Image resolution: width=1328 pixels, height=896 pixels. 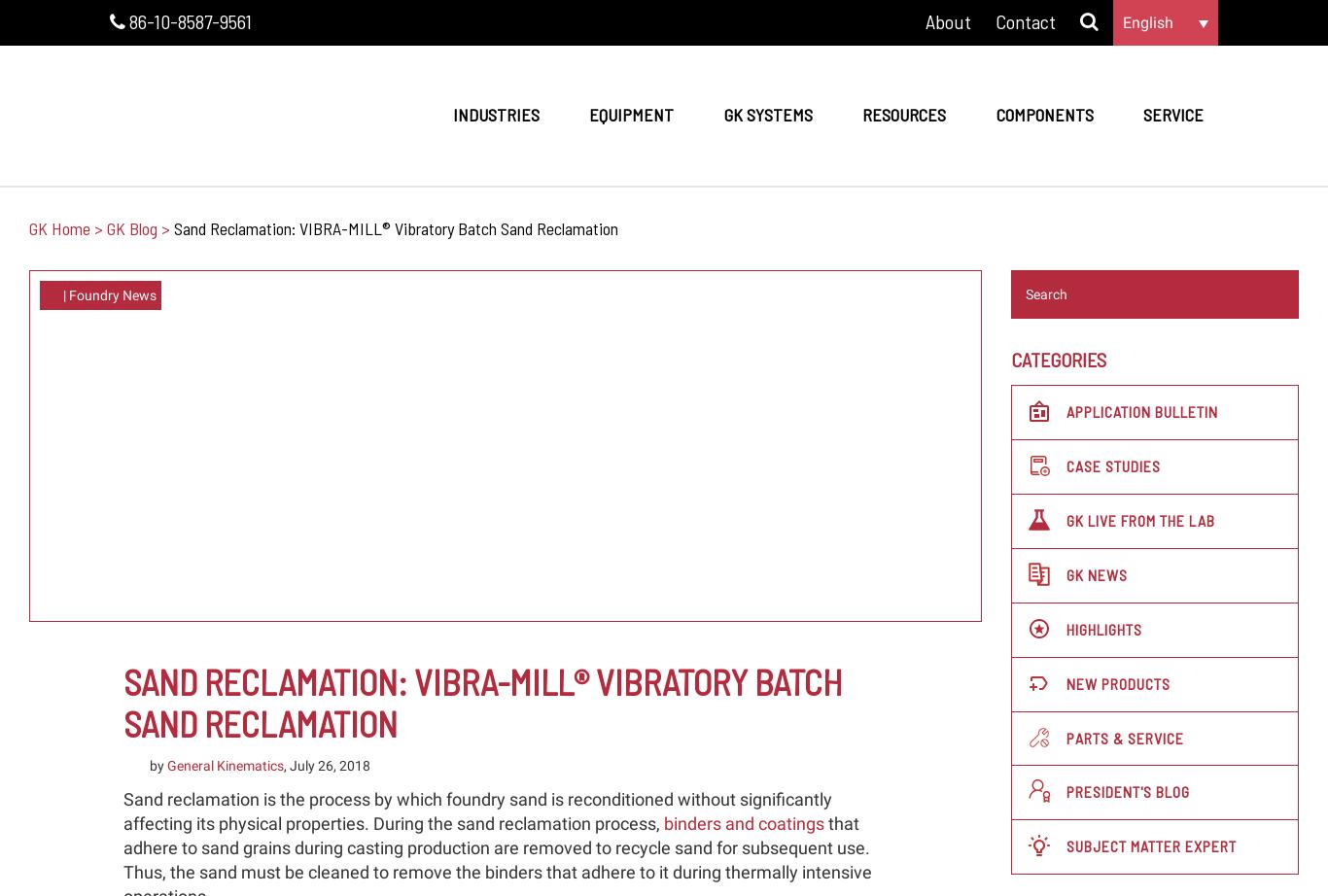 What do you see at coordinates (1142, 114) in the screenshot?
I see `'Service'` at bounding box center [1142, 114].